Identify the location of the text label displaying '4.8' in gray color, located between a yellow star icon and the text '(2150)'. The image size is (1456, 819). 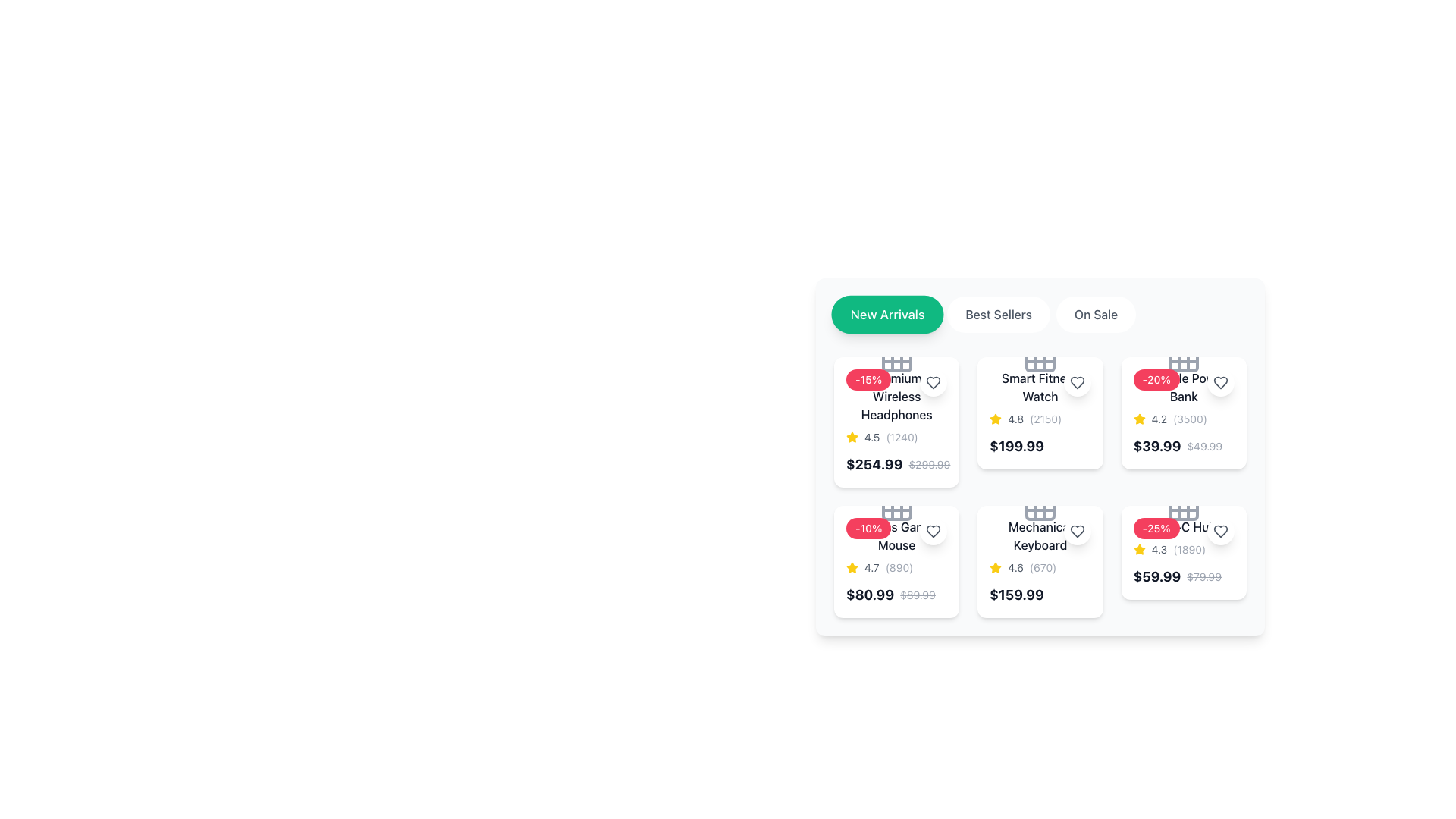
(1015, 419).